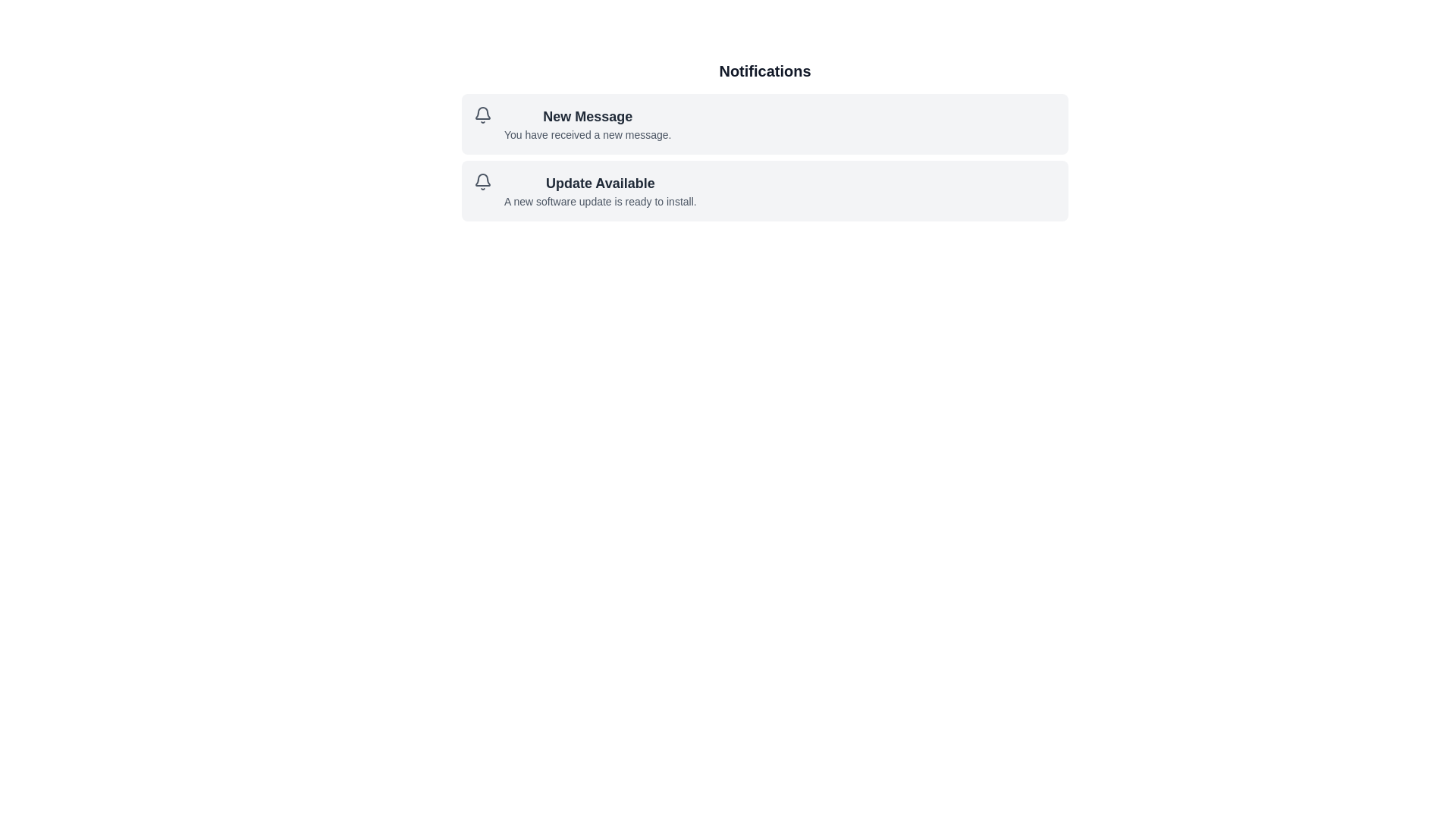  Describe the element at coordinates (587, 133) in the screenshot. I see `the text label displaying 'You have received a new message.' located below the 'New Message' title in the notifications section` at that location.